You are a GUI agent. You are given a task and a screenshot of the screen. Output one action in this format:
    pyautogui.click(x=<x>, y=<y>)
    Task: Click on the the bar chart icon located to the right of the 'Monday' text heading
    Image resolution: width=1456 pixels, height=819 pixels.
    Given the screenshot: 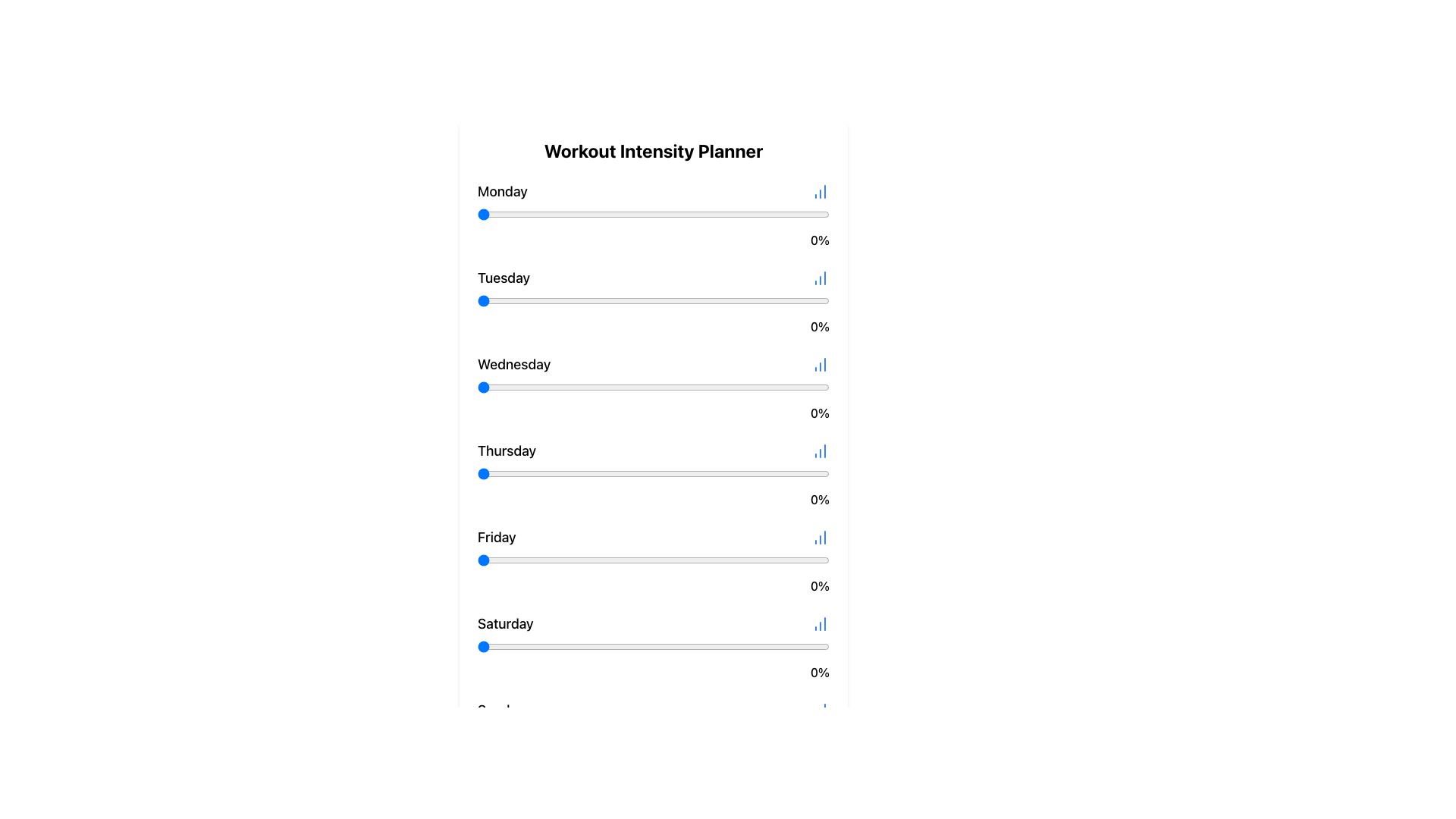 What is the action you would take?
    pyautogui.click(x=819, y=191)
    